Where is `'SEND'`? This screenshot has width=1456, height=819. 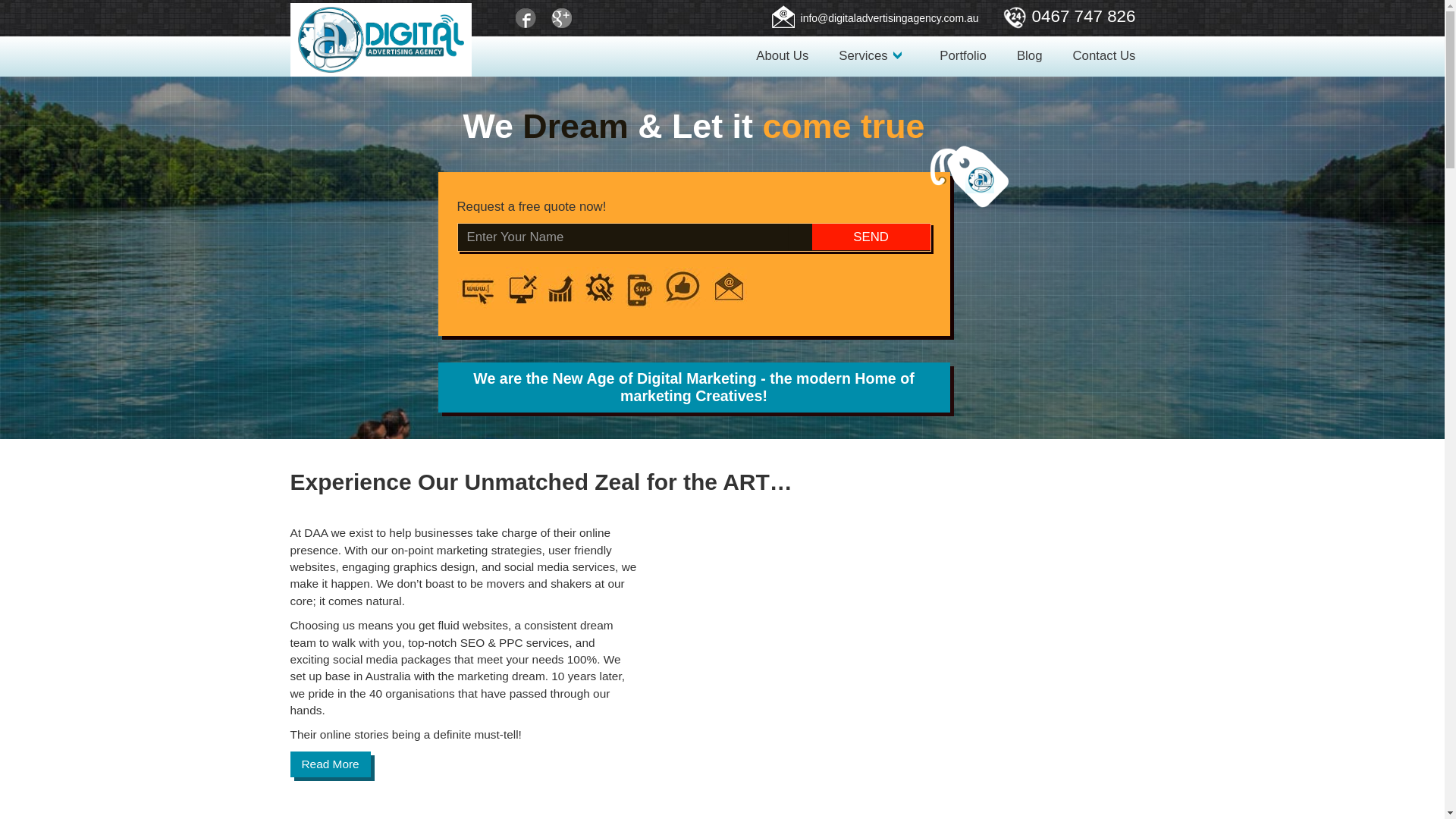
'SEND' is located at coordinates (871, 237).